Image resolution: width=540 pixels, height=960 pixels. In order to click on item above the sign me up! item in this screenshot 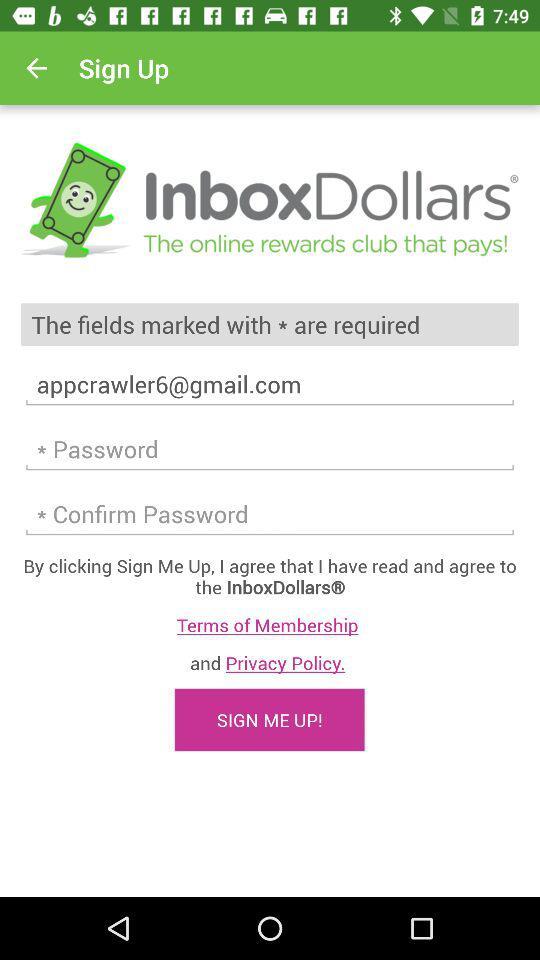, I will do `click(270, 662)`.